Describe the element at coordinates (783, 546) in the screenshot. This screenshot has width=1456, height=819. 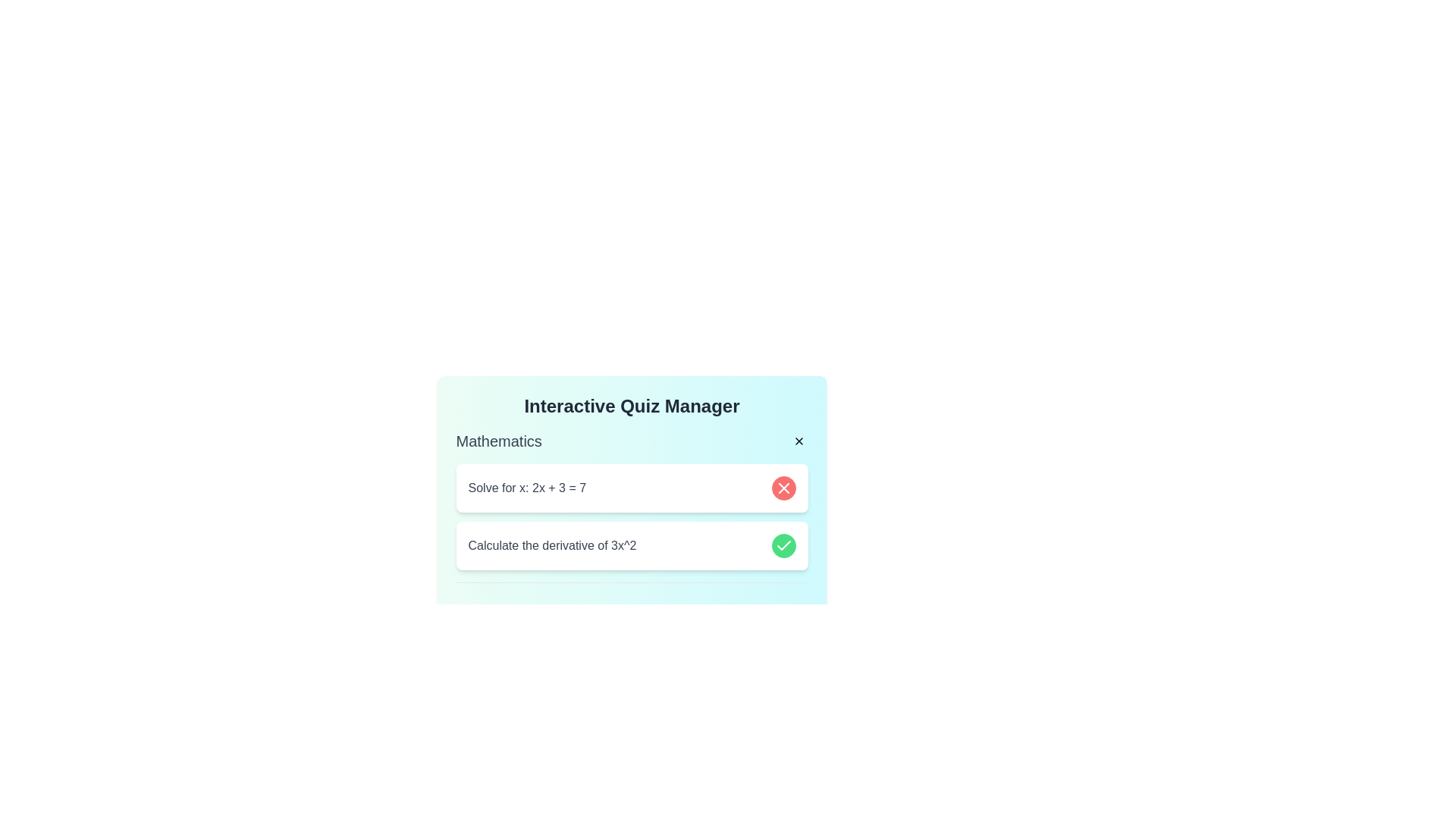
I see `the circular confirmation button with a green background and a white check mark to confirm the action associated with the 'Calculate the derivative of 3x^2' panel` at that location.